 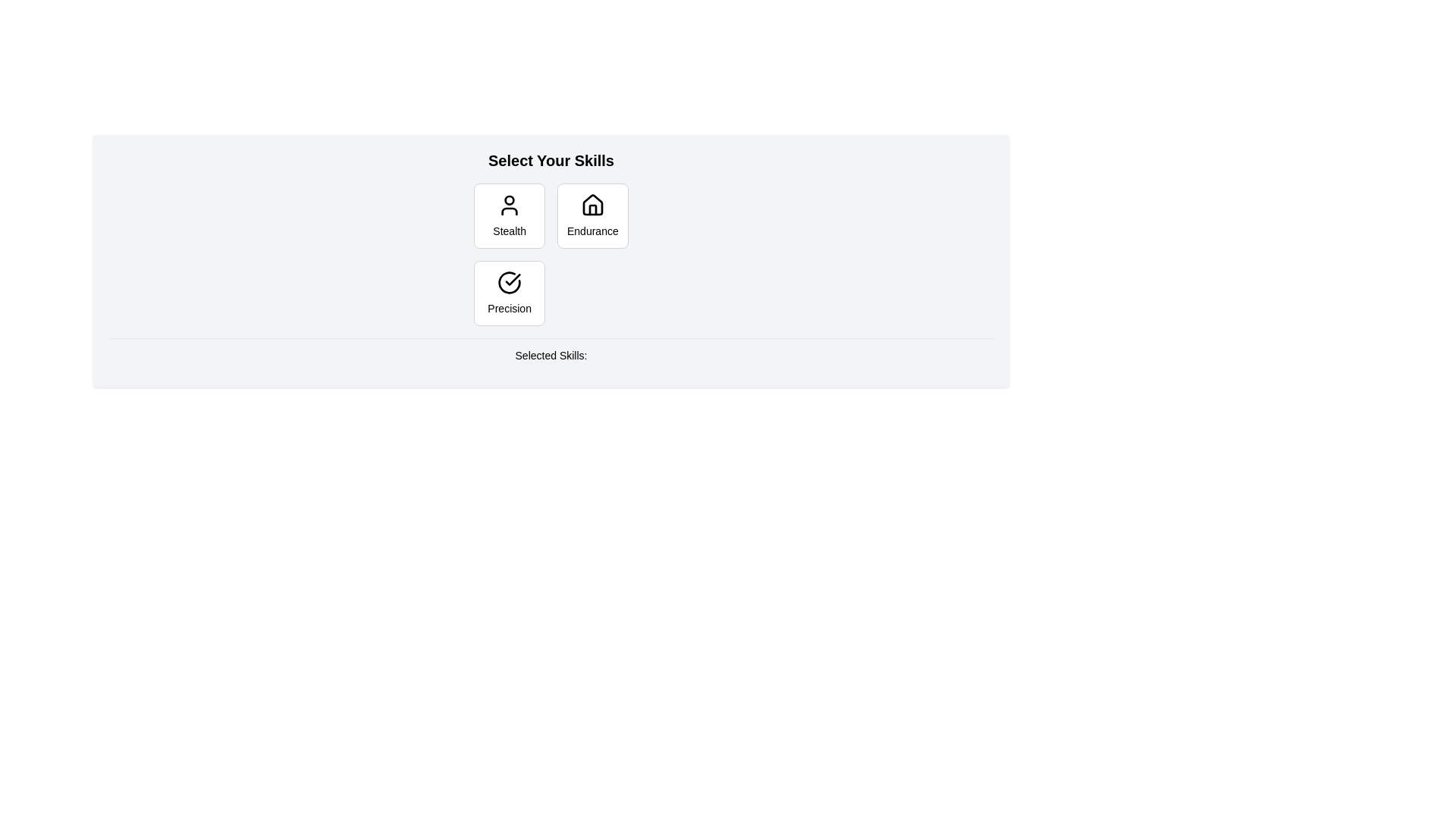 What do you see at coordinates (510, 293) in the screenshot?
I see `the button displaying a checkmark icon and labeled 'Precision'` at bounding box center [510, 293].